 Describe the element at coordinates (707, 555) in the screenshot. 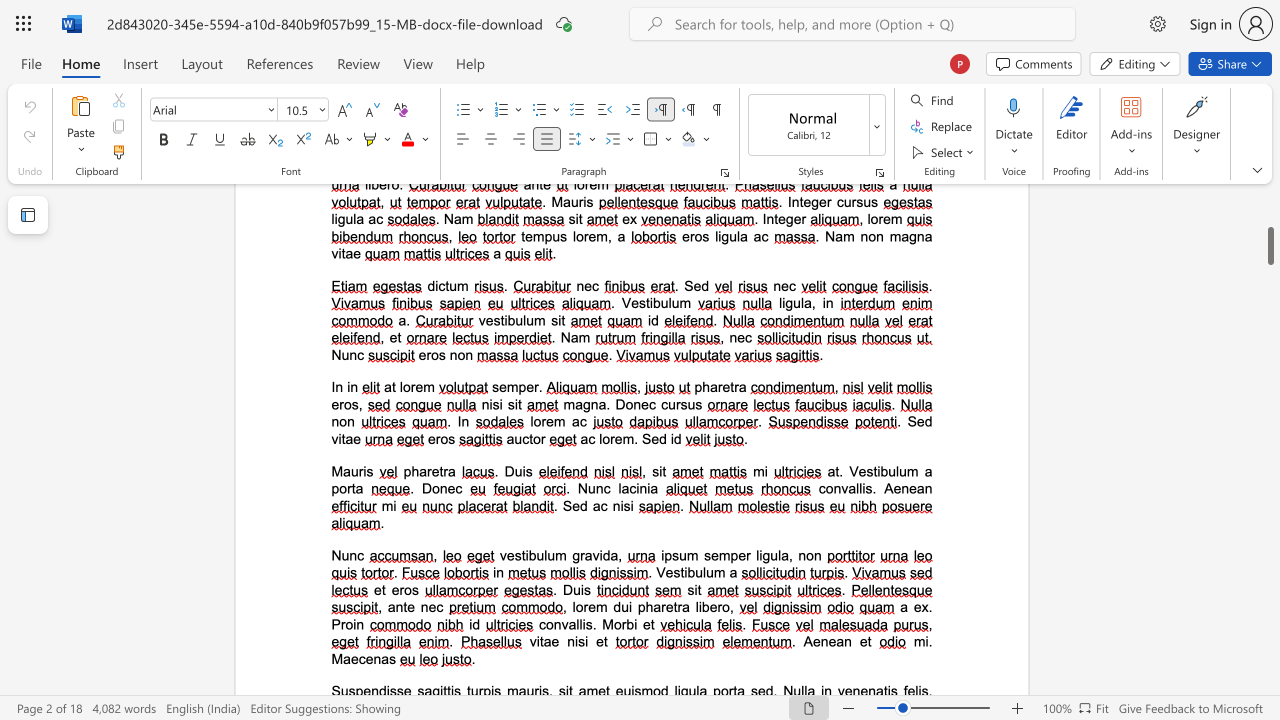

I see `the 2th character "s" in the text` at that location.